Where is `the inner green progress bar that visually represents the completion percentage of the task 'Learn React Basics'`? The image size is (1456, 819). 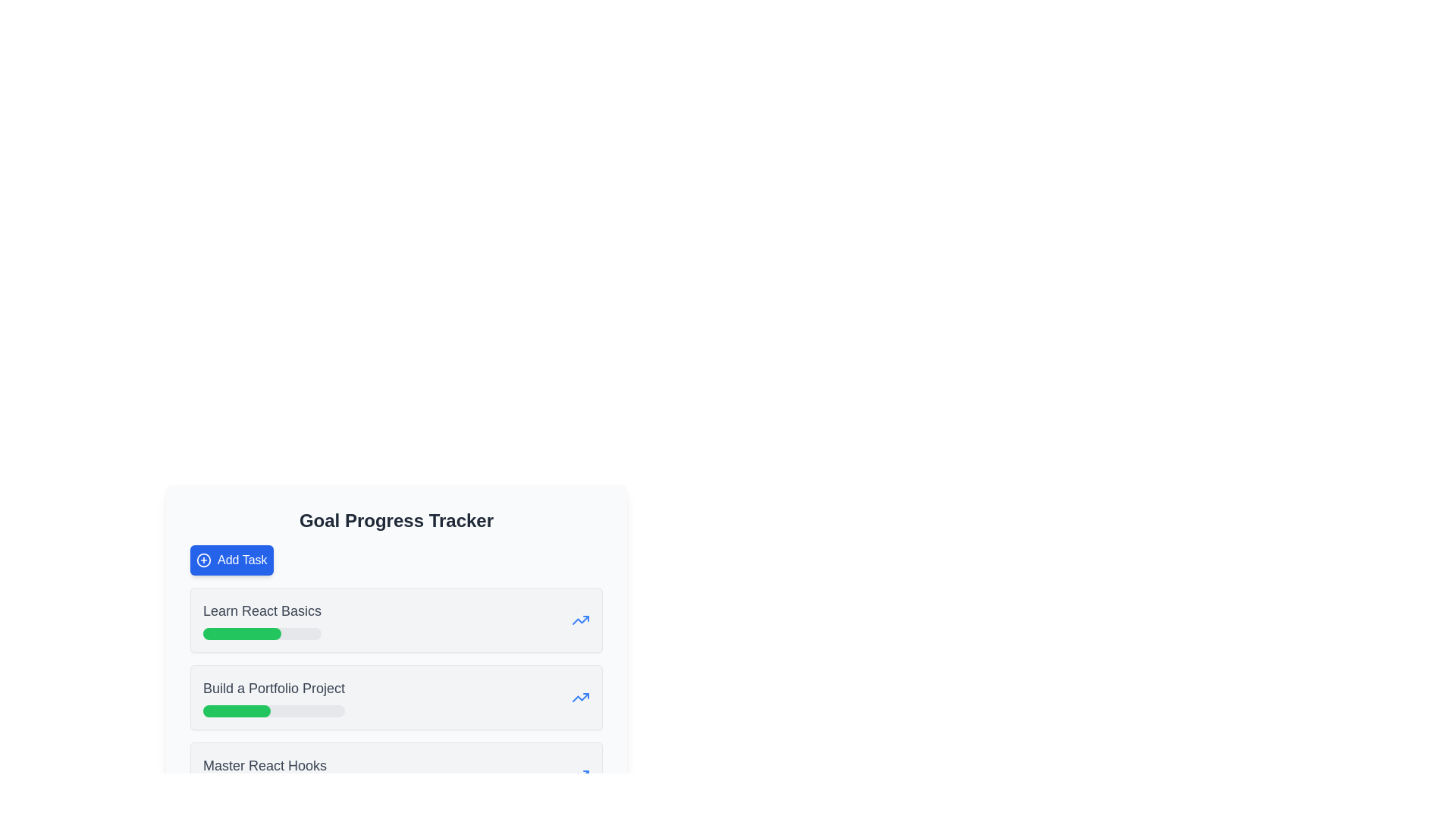
the inner green progress bar that visually represents the completion percentage of the task 'Learn React Basics' is located at coordinates (241, 634).